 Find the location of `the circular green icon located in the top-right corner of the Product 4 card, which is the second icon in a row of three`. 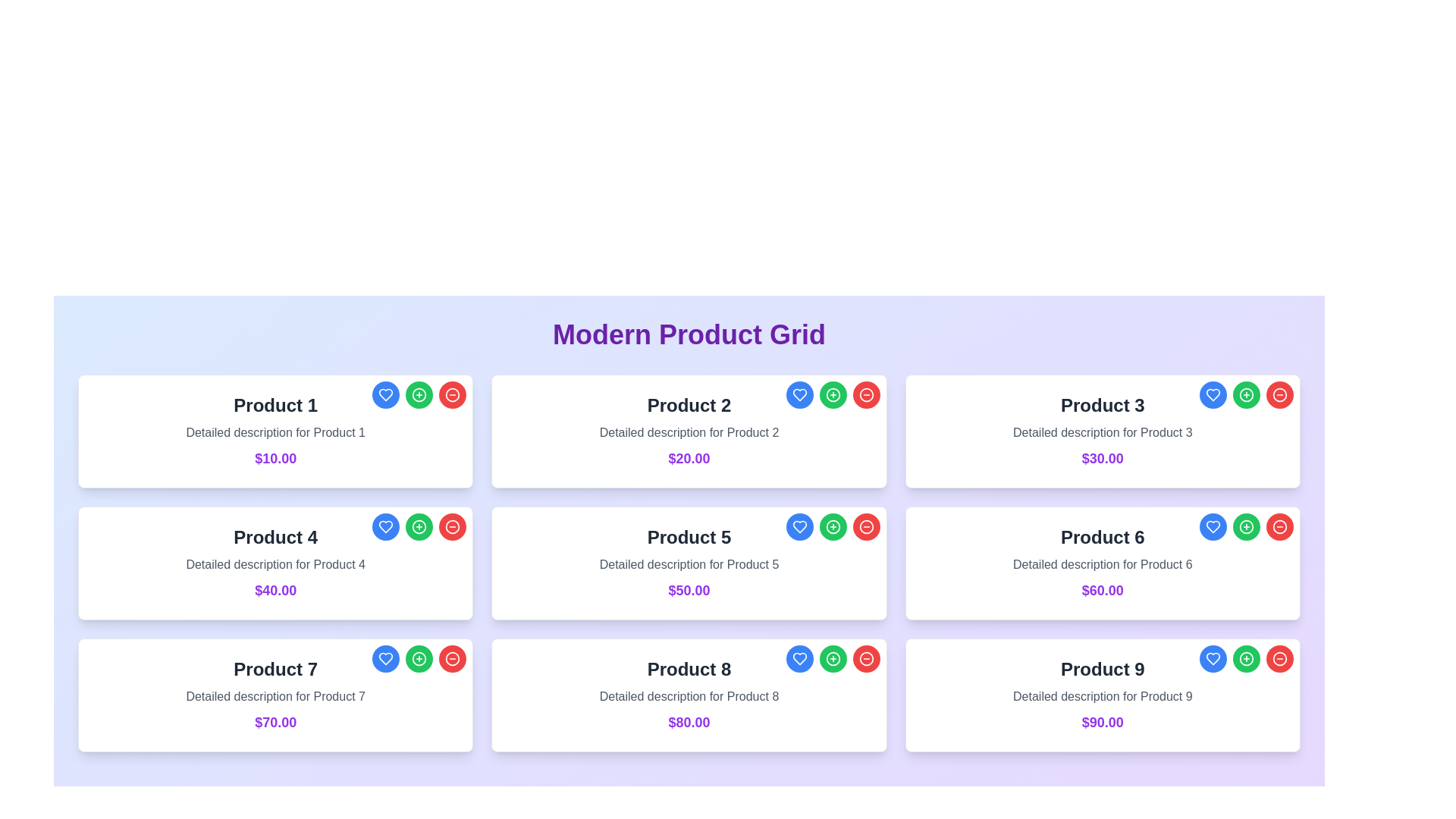

the circular green icon located in the top-right corner of the Product 4 card, which is the second icon in a row of three is located at coordinates (419, 526).